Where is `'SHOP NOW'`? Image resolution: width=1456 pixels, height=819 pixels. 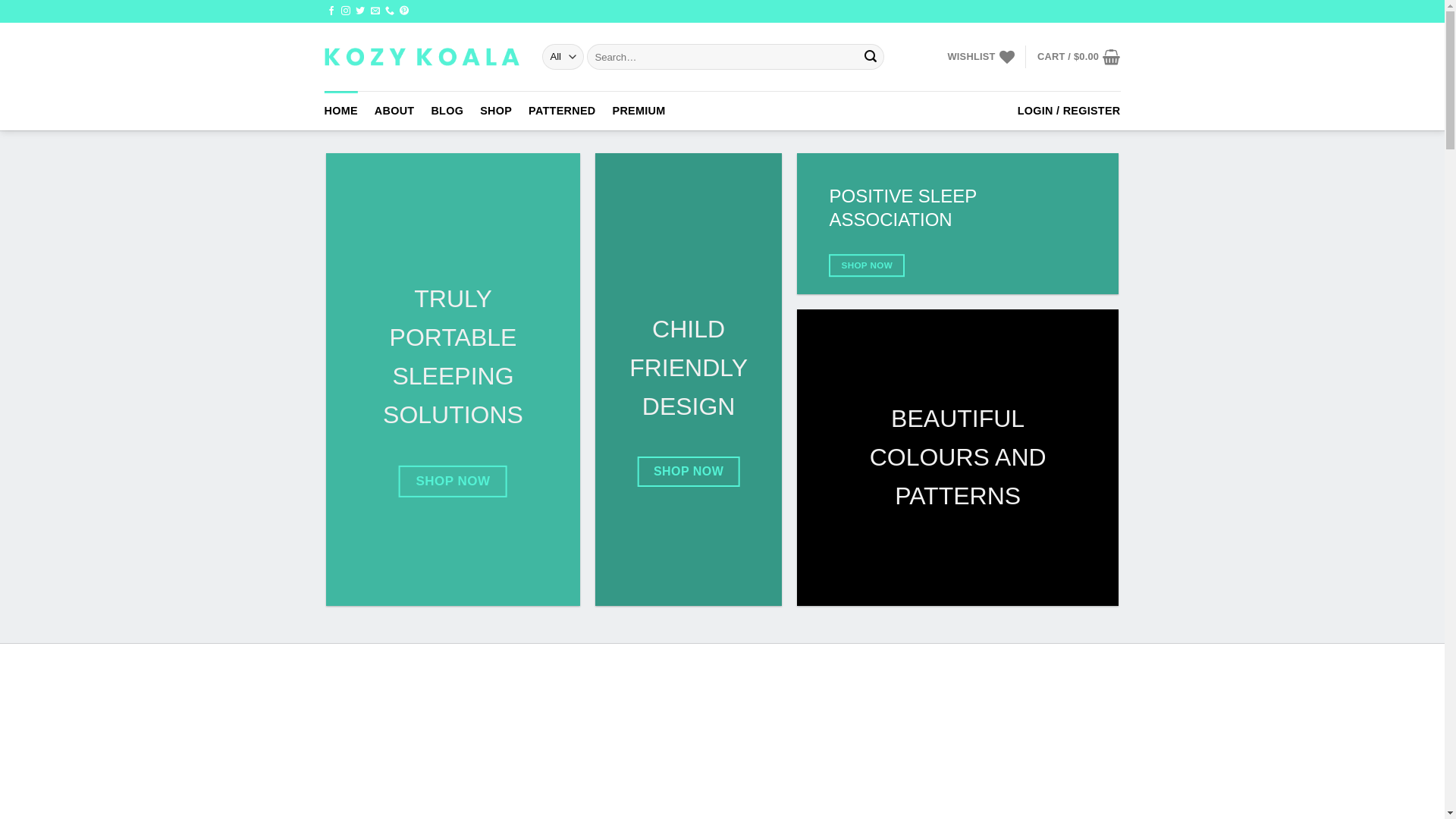 'SHOP NOW' is located at coordinates (452, 482).